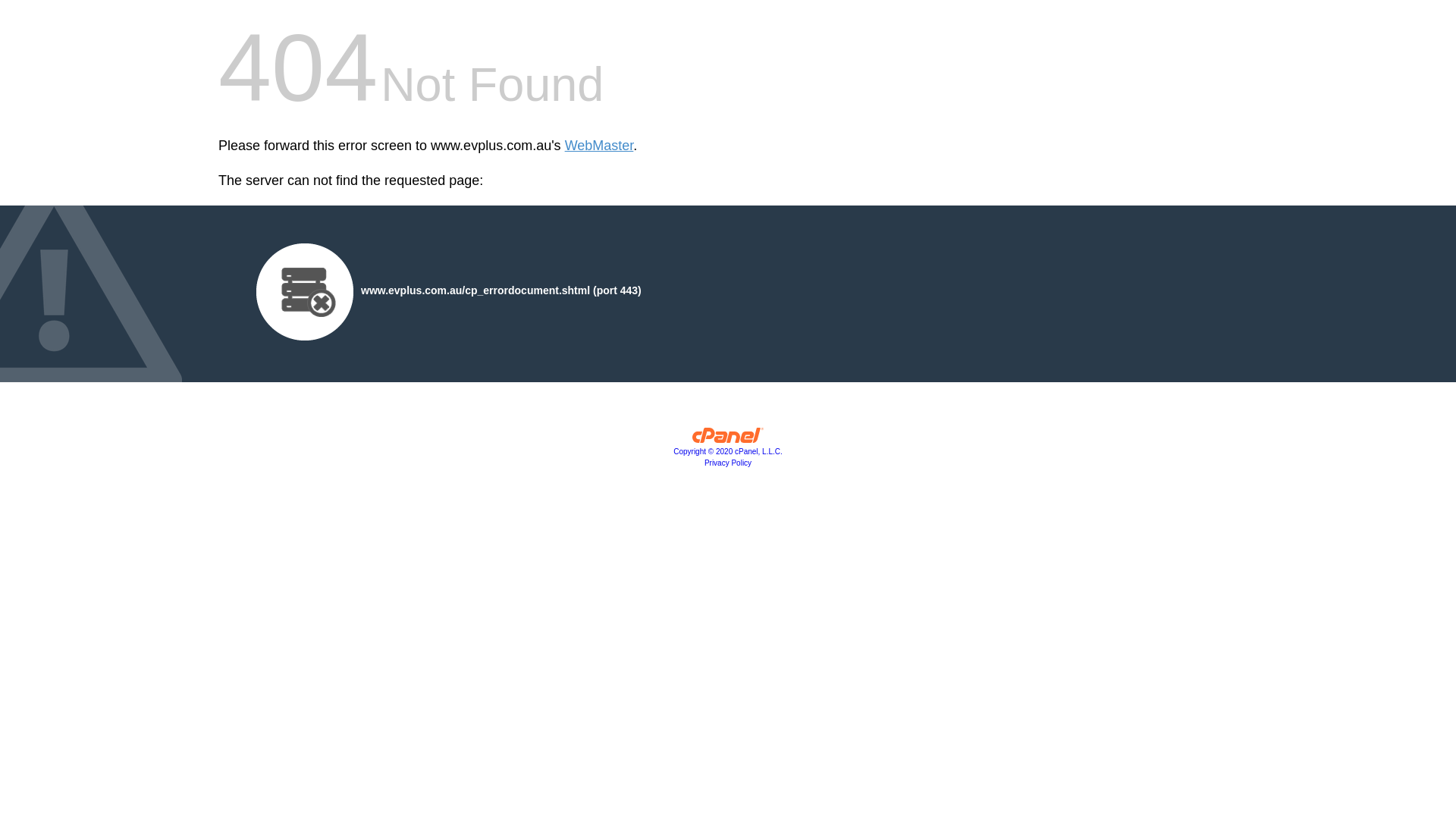  What do you see at coordinates (563, 146) in the screenshot?
I see `'WebMaster'` at bounding box center [563, 146].